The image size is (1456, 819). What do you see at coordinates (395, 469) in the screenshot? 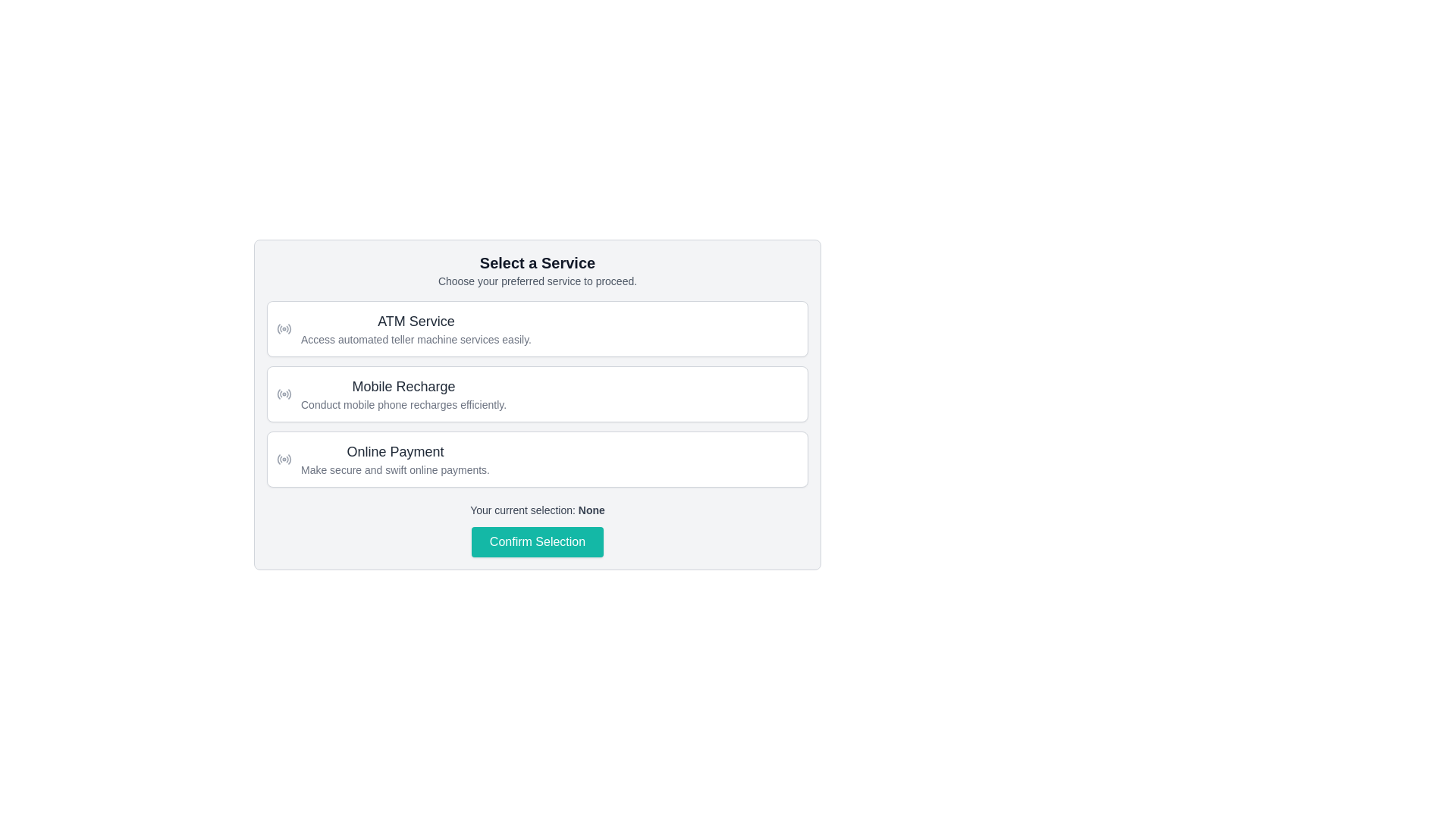
I see `descriptive text label located beneath the 'Online Payment' title in the bottom part of the services panel` at bounding box center [395, 469].